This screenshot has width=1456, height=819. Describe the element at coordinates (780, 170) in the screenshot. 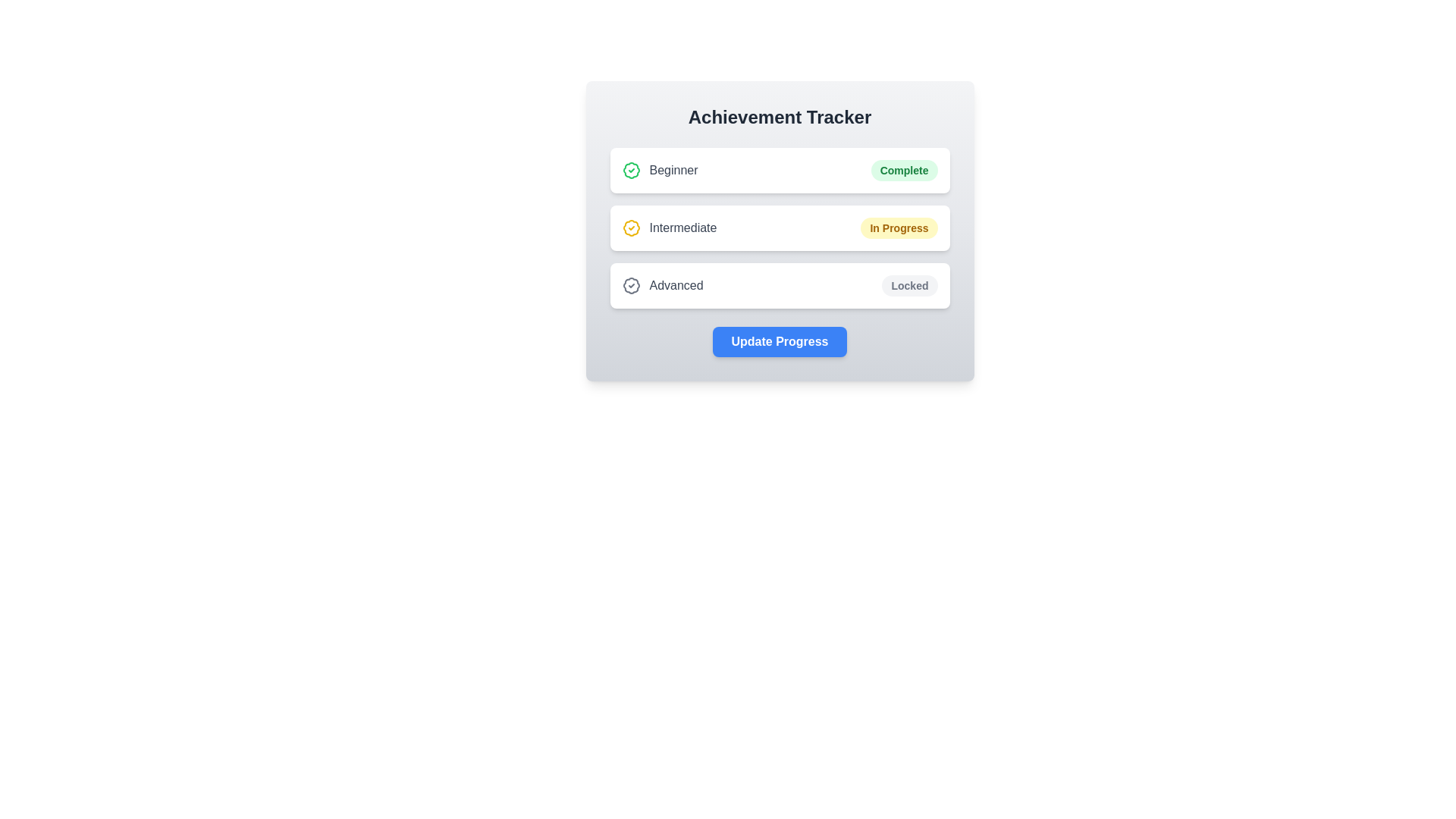

I see `the Status indicator block that indicates the completion status of a 'Beginner' task, which is positioned above the 'Intermediate' section and below the 'Achievement Tracker' title` at that location.